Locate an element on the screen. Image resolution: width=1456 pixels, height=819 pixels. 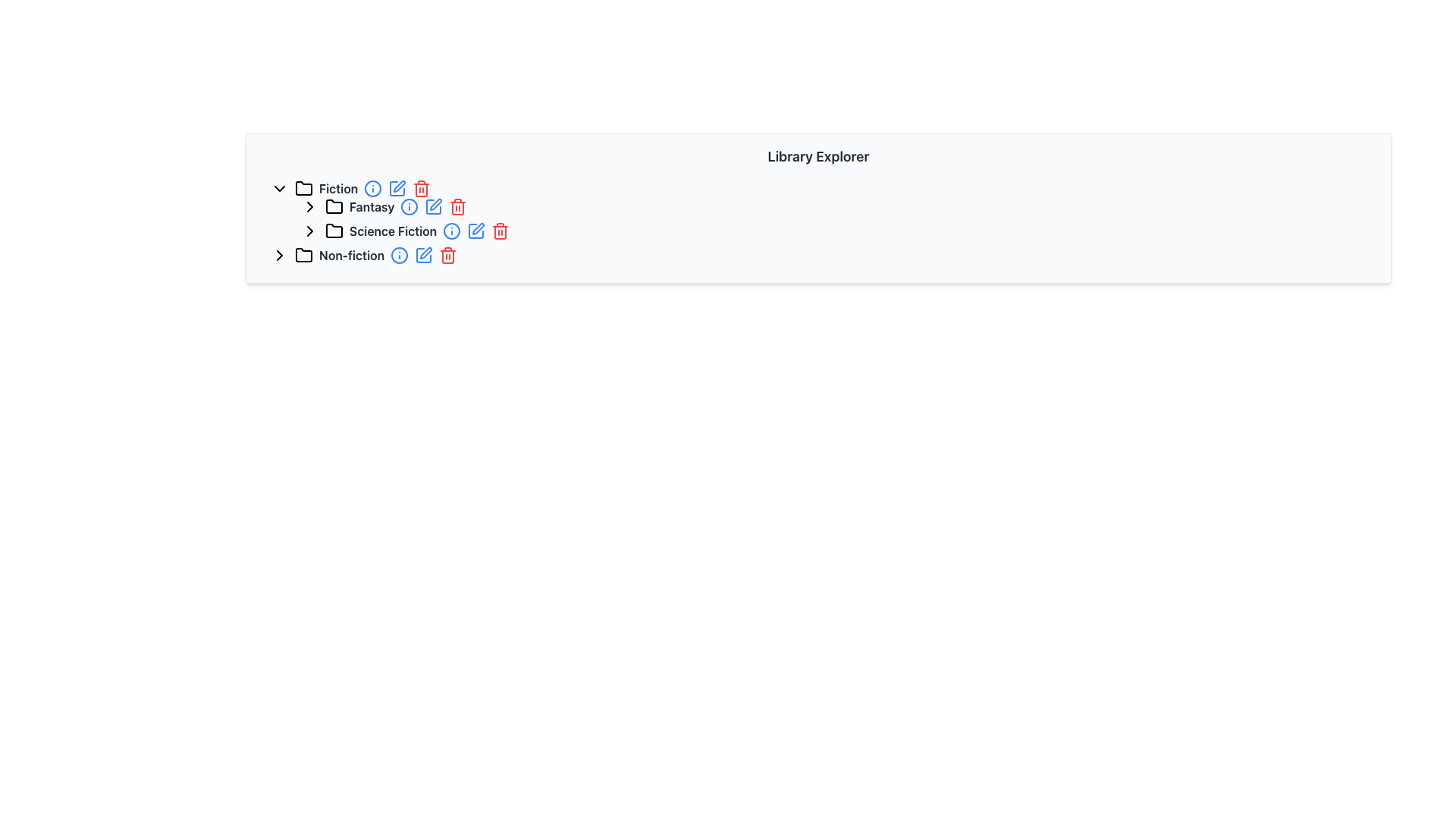
the edit icon button, which is the second icon in a group of three, located to the right of the text 'Science Fiction' is located at coordinates (475, 231).